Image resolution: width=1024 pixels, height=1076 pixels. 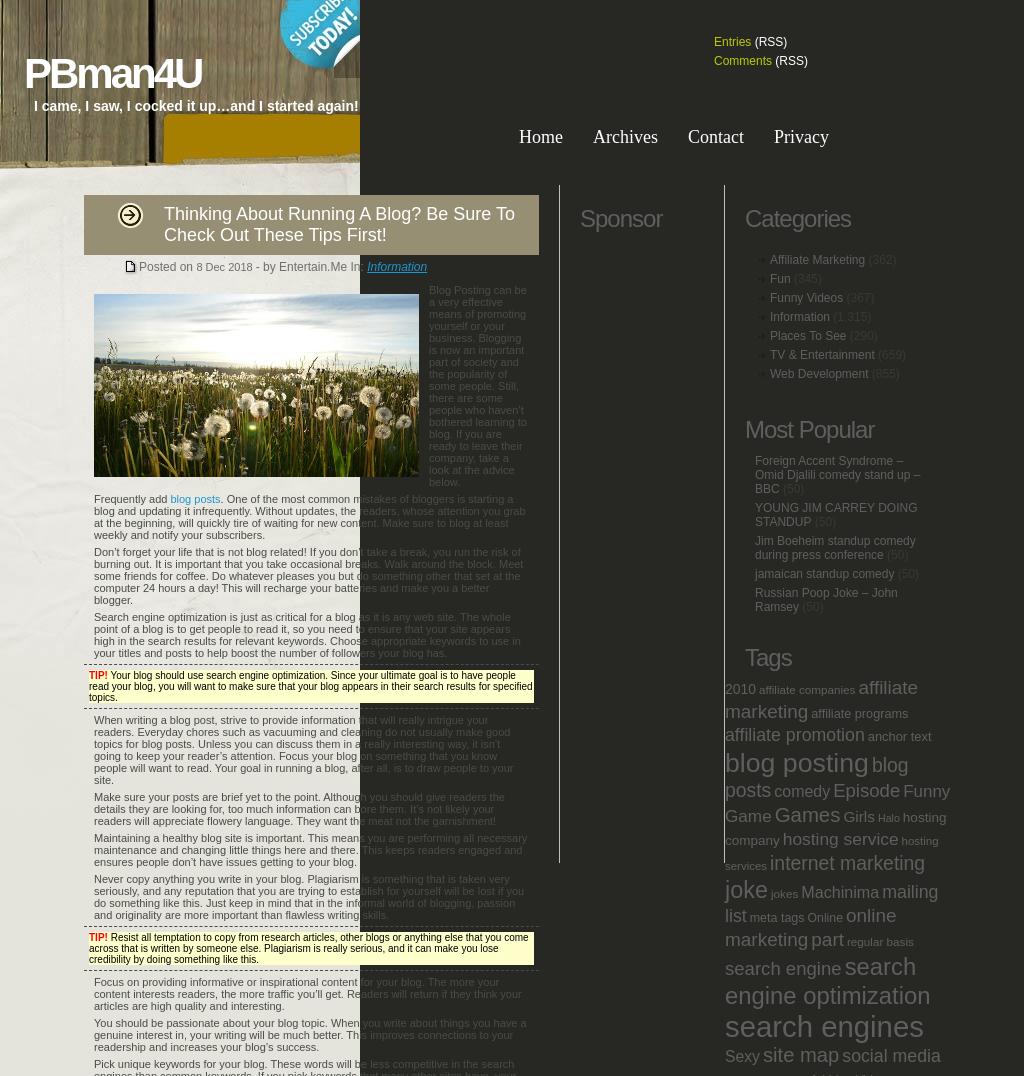 What do you see at coordinates (742, 61) in the screenshot?
I see `'Comments'` at bounding box center [742, 61].